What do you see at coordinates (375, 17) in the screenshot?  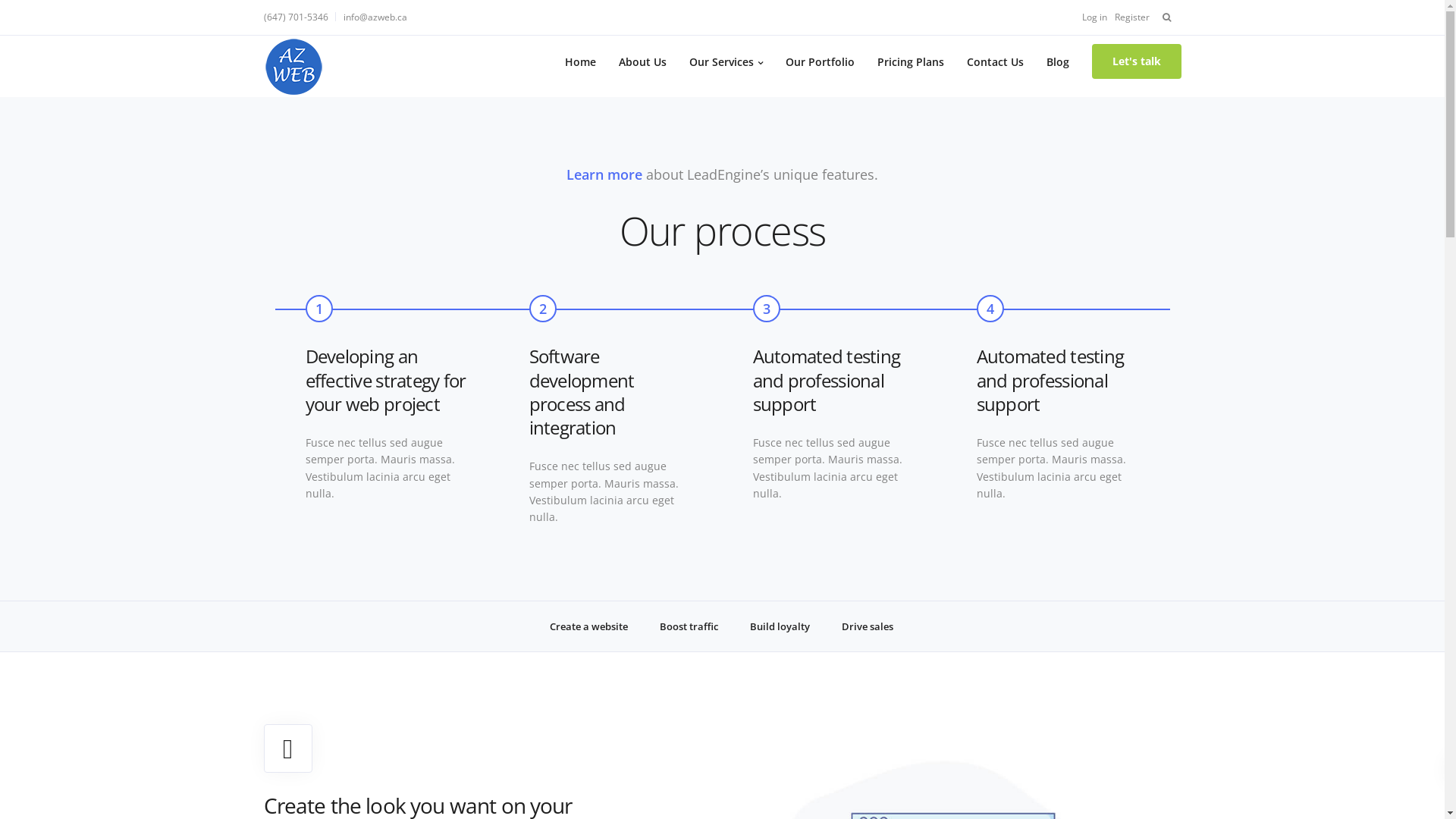 I see `'info@azweb.ca'` at bounding box center [375, 17].